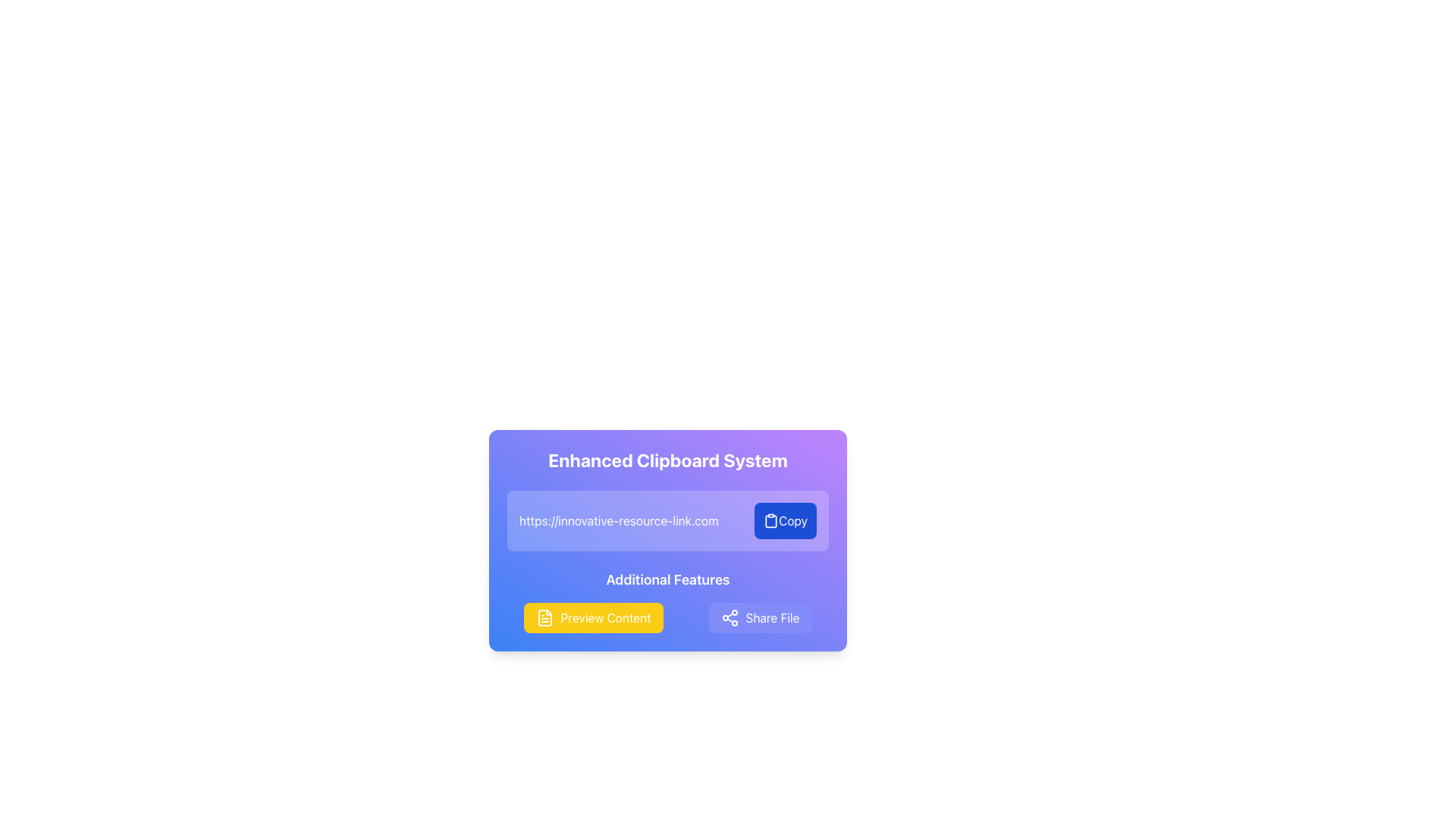 The height and width of the screenshot is (819, 1456). I want to click on the 'Preview Content' button located in the lower section of the 'Enhanced Clipboard System' card under 'Additional Features', so click(592, 617).